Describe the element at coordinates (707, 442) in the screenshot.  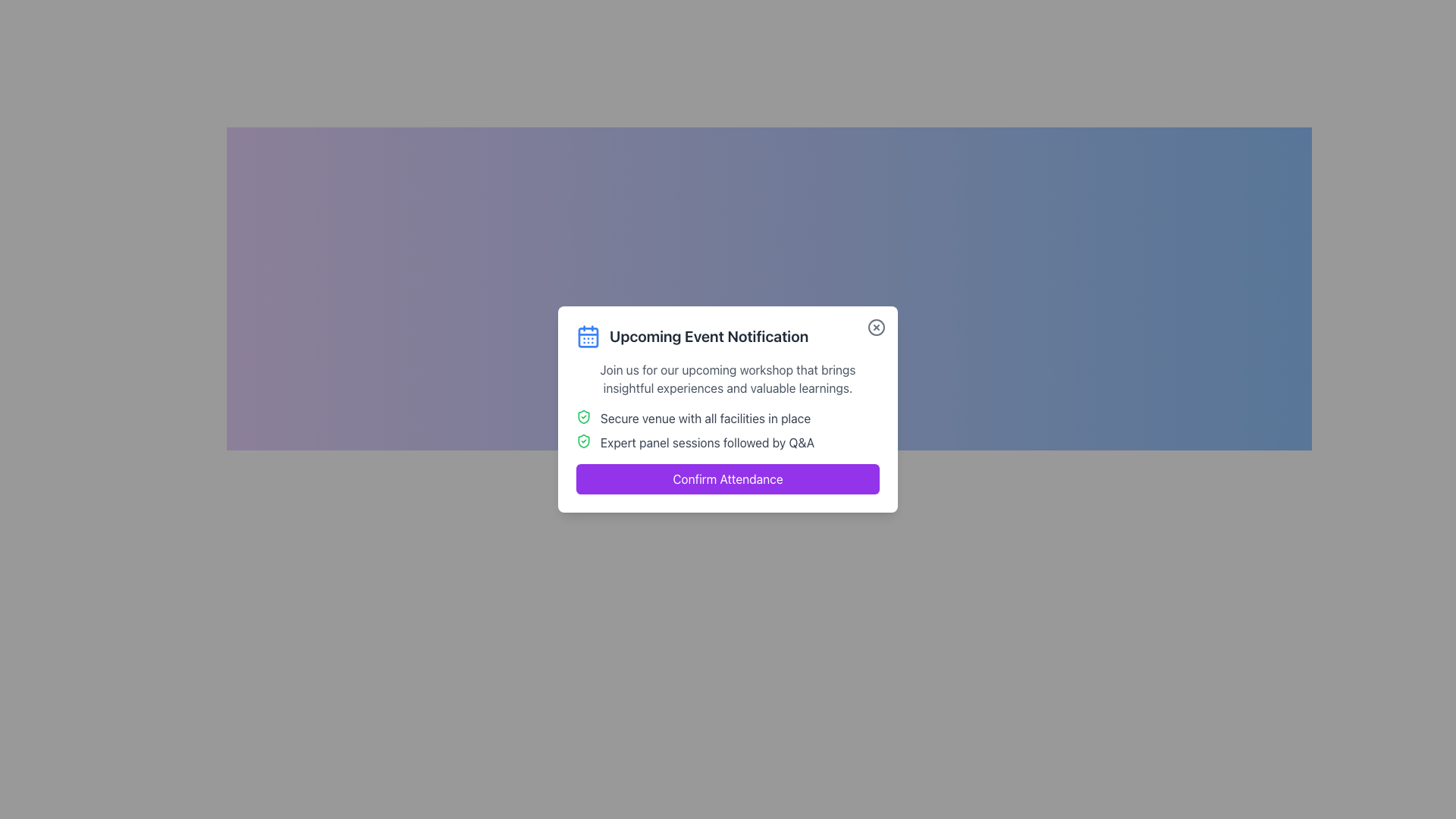
I see `text that conveys information about the availability of expert panel sessions followed by a Q&A session, located as the second line of text within the detail block of the event details card` at that location.